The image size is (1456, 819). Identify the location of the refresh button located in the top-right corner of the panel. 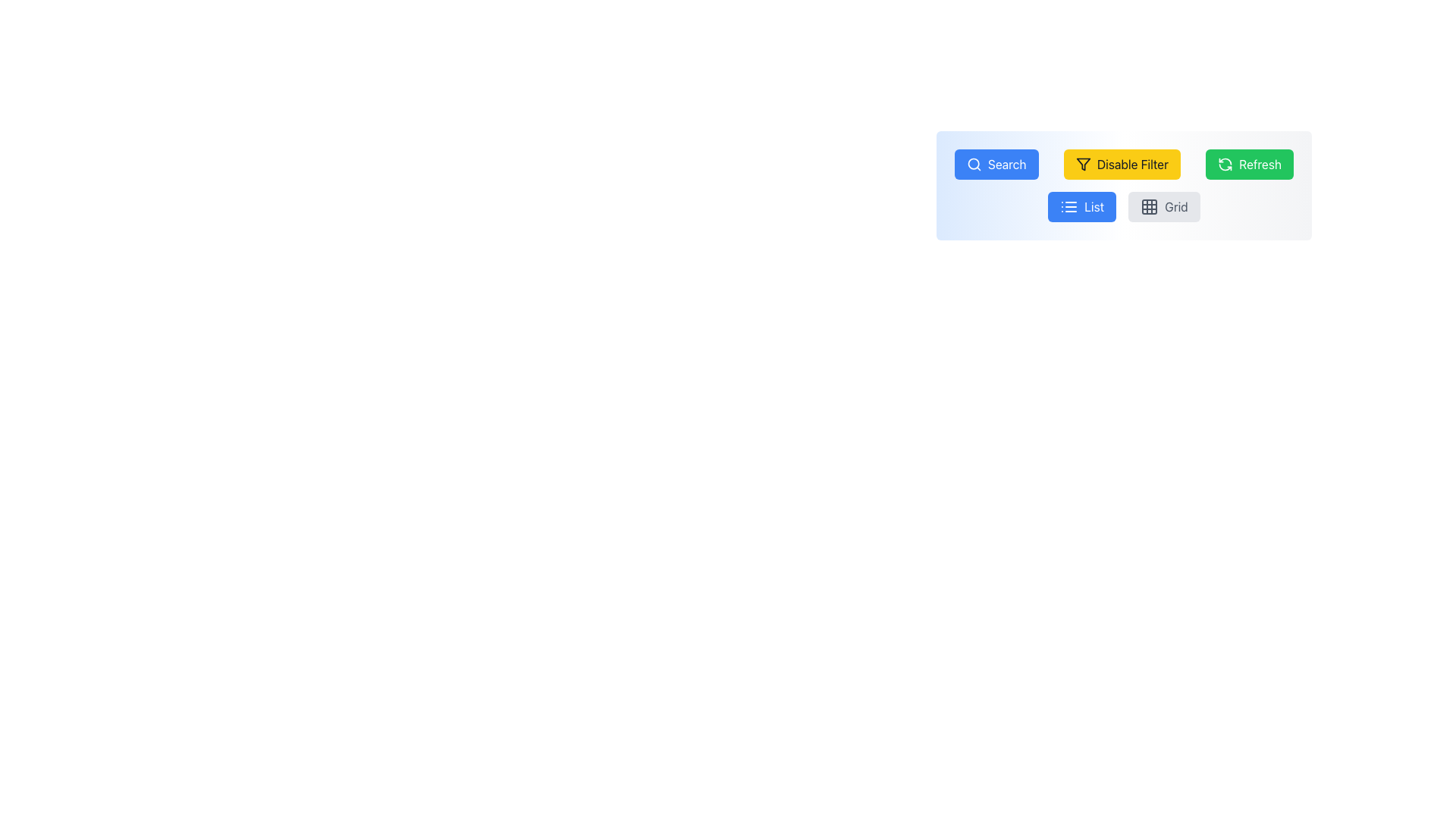
(1250, 164).